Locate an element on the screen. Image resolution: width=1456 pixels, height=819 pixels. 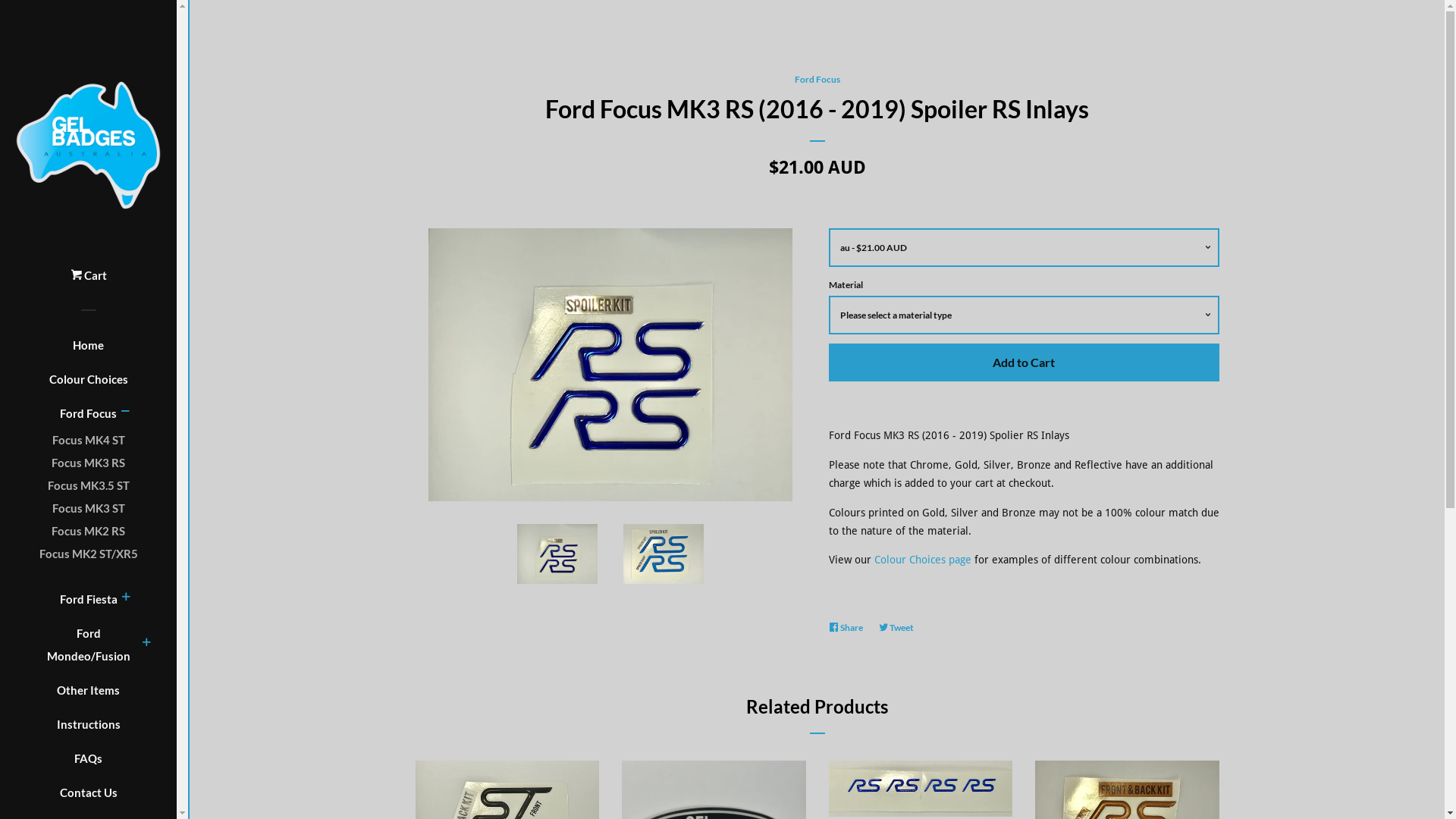
'expand' is located at coordinates (124, 598).